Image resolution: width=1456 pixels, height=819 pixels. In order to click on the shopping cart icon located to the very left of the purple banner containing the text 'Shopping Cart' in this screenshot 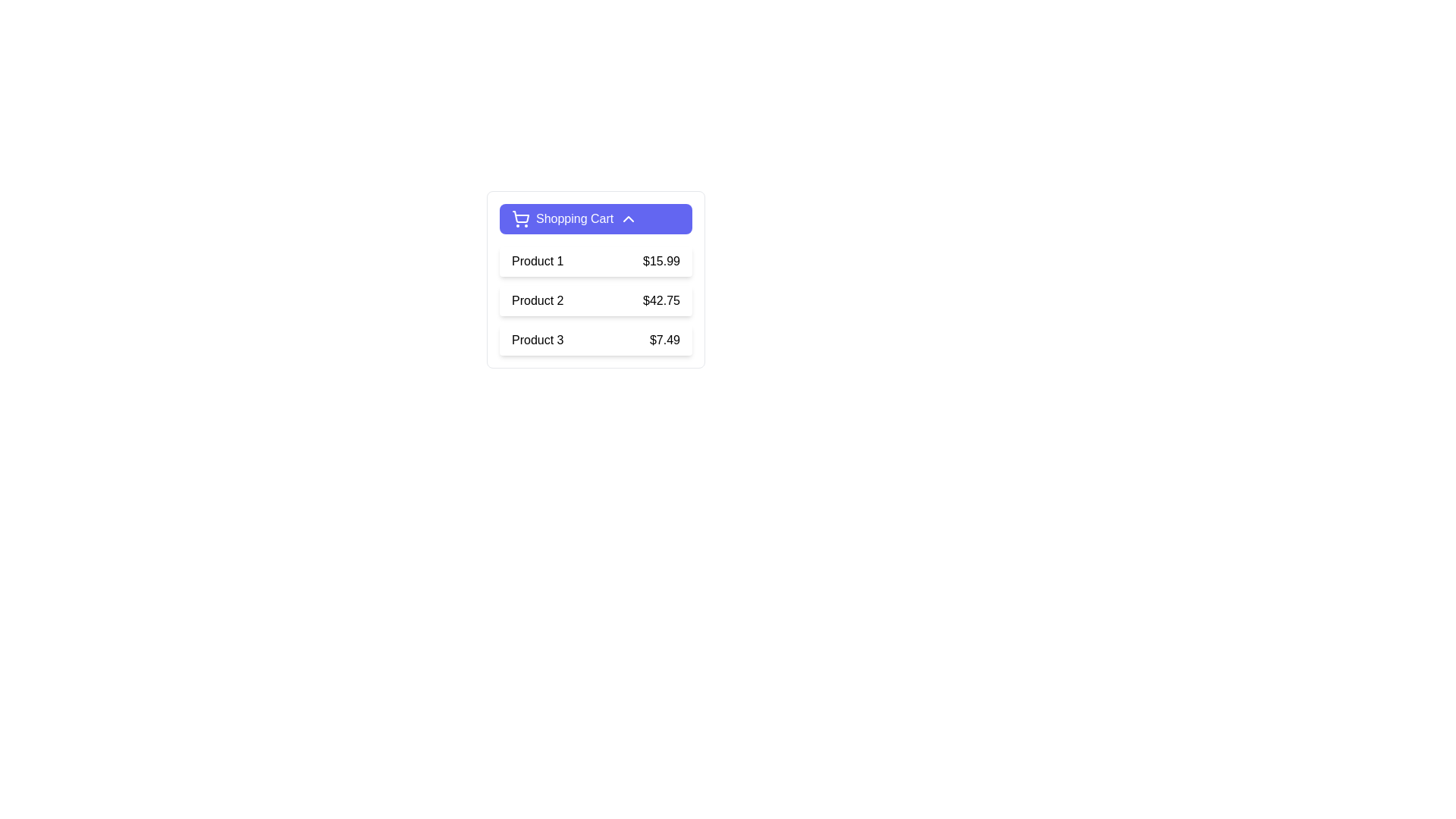, I will do `click(520, 219)`.